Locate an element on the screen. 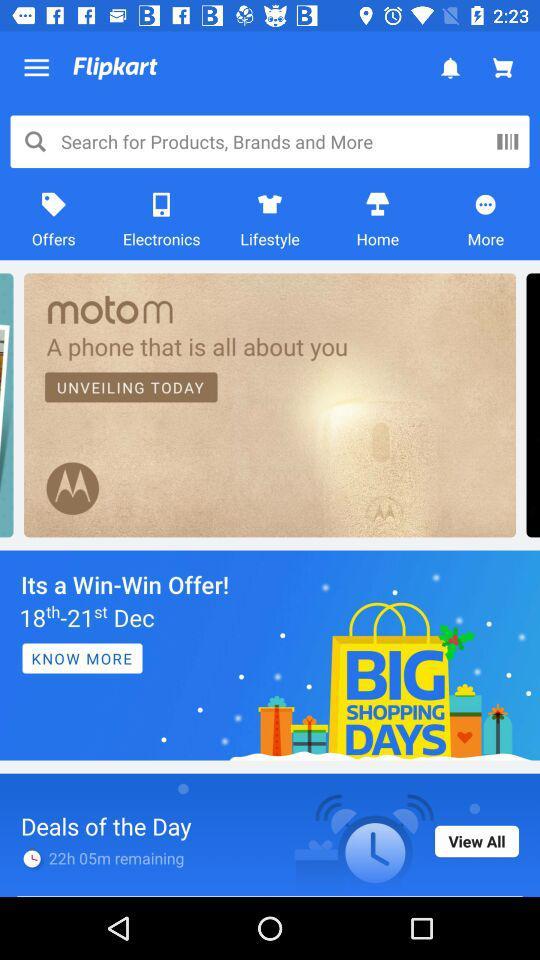  shopping advertisement is located at coordinates (270, 654).